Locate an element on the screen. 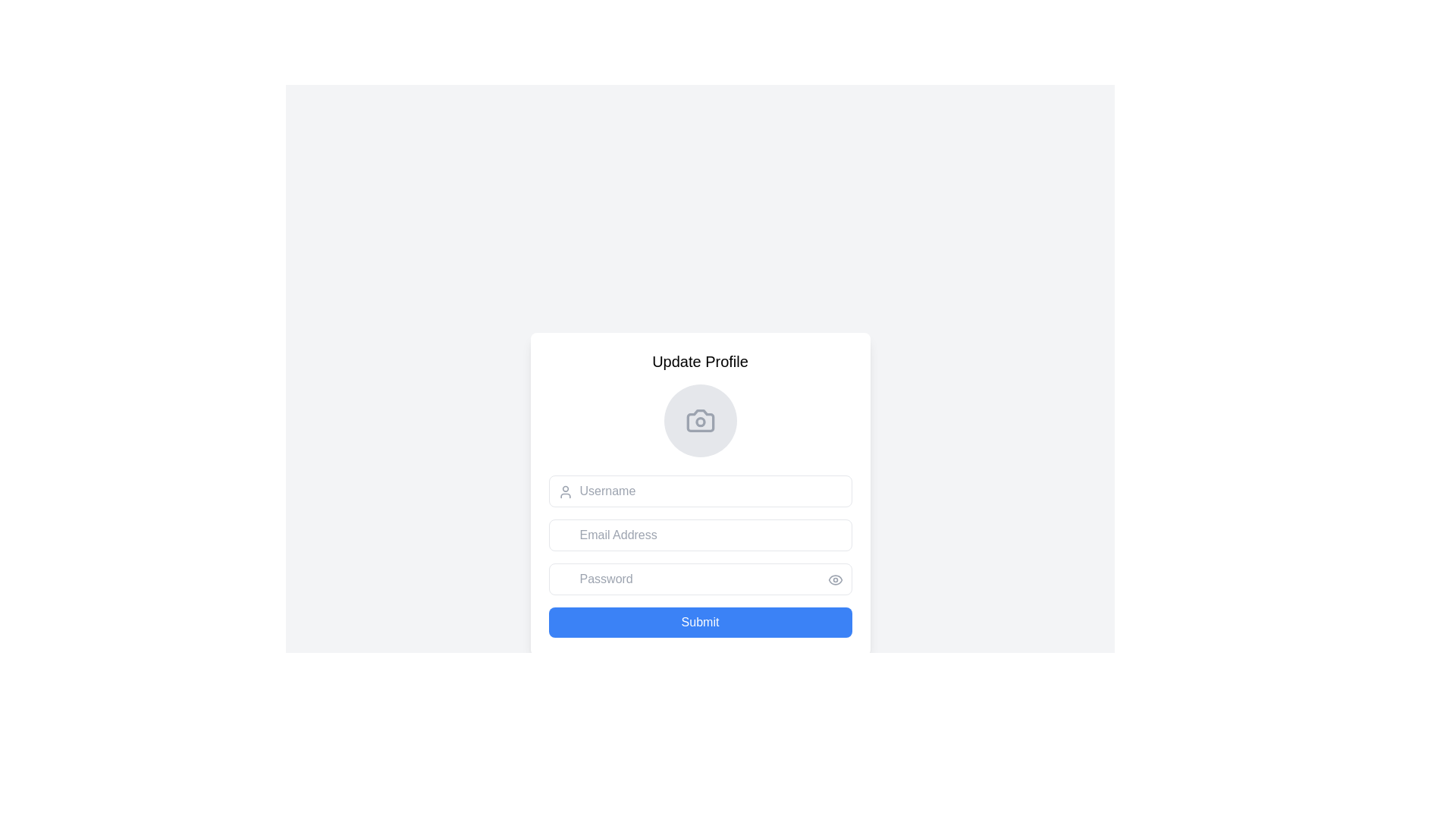  the circular profile picture placeholder icon located at the top of the 'Update Profile' form is located at coordinates (699, 421).